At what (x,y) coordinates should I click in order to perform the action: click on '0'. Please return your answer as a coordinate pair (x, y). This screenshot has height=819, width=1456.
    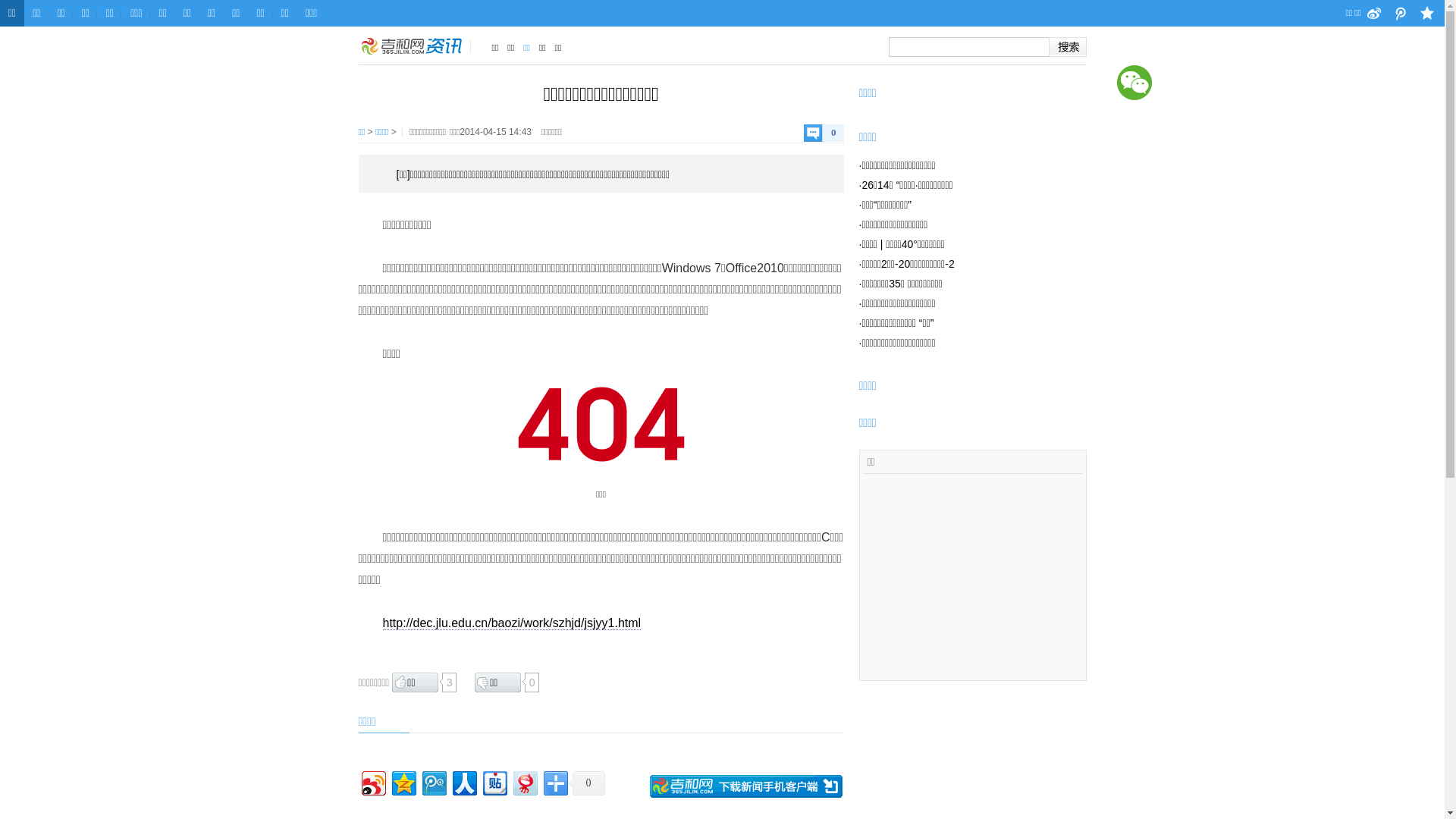
    Looking at the image, I should click on (803, 132).